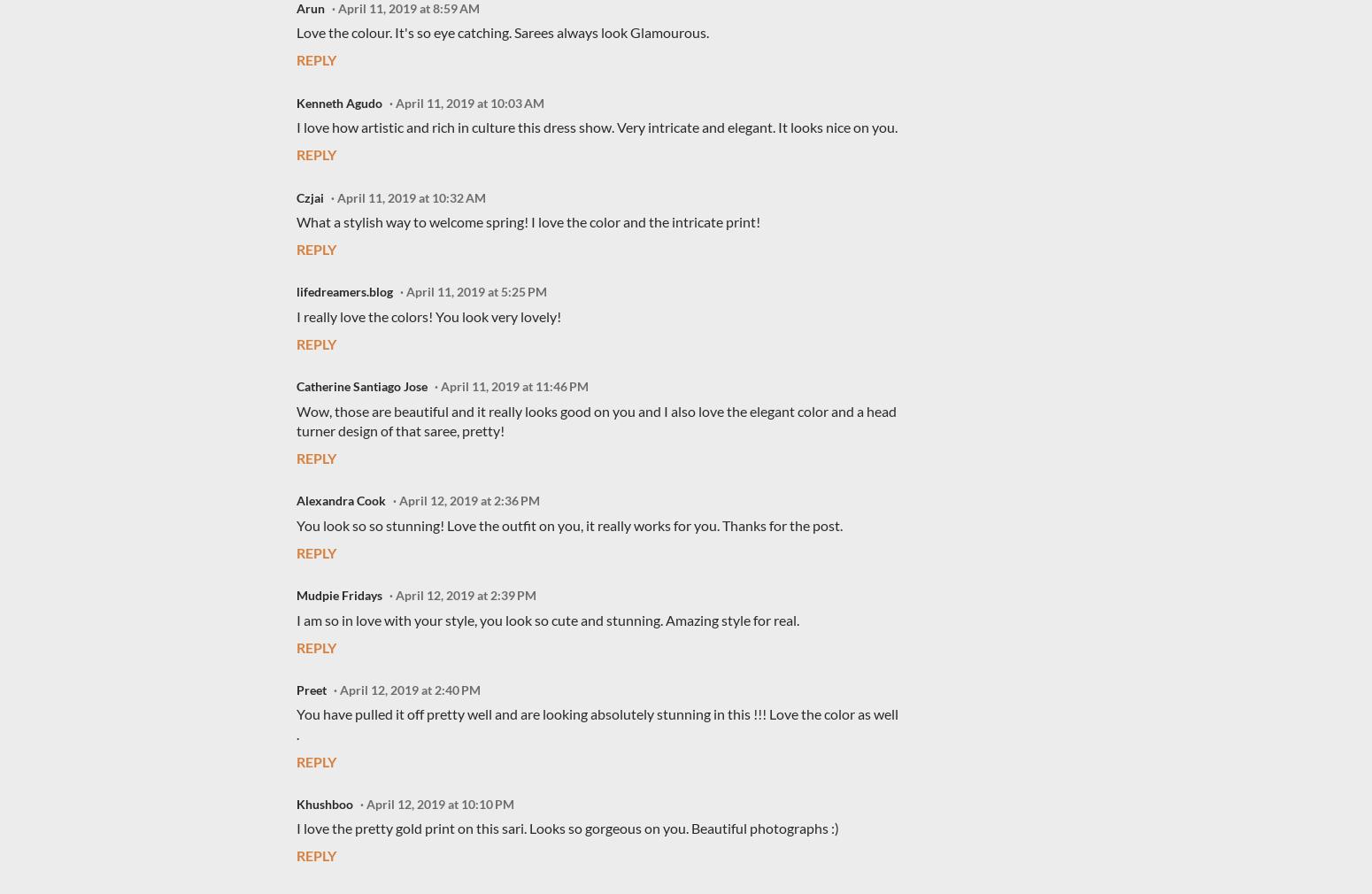 This screenshot has height=894, width=1372. What do you see at coordinates (337, 7) in the screenshot?
I see `'April 11, 2019 at 8:59 AM'` at bounding box center [337, 7].